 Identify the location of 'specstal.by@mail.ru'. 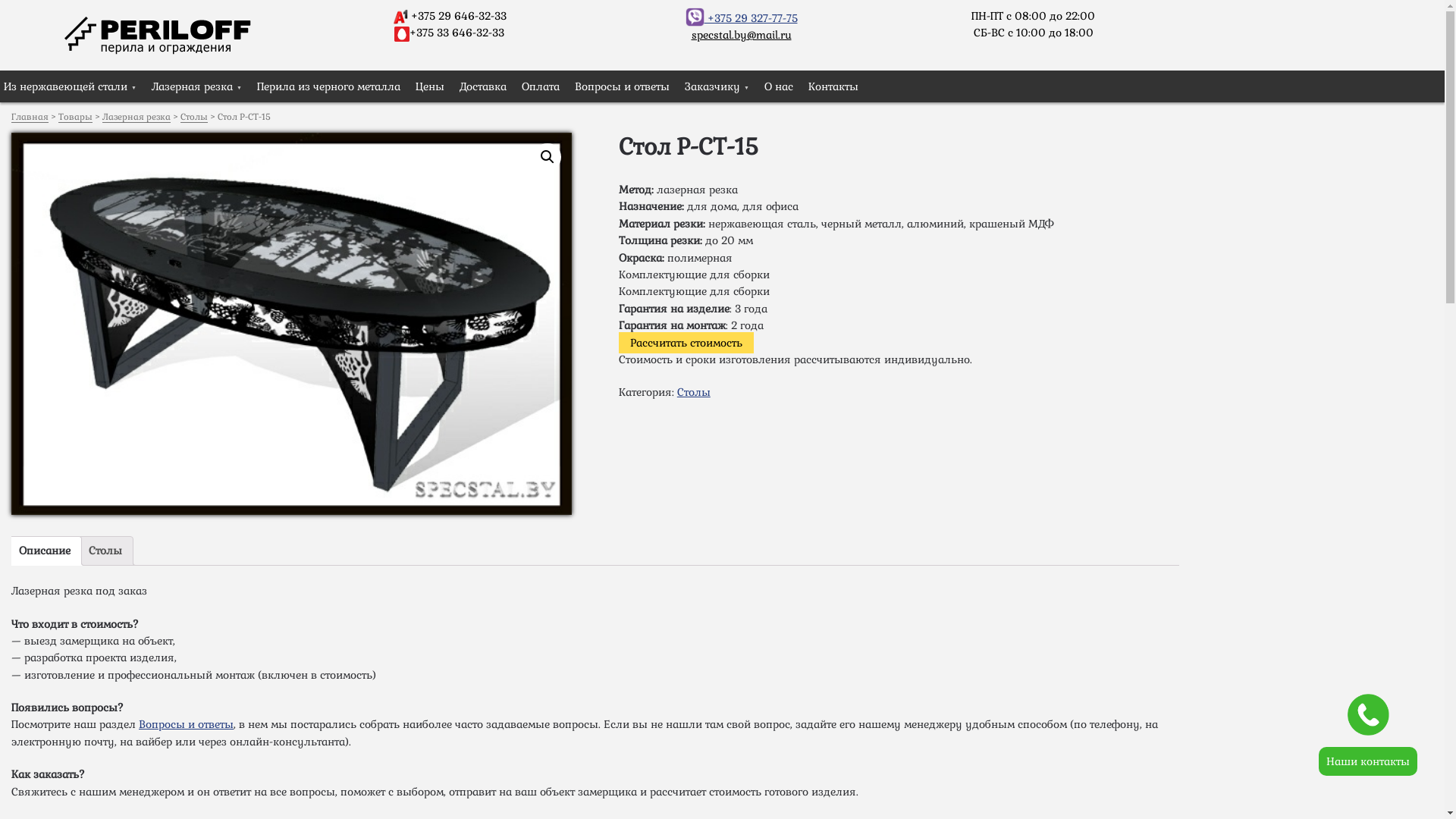
(742, 34).